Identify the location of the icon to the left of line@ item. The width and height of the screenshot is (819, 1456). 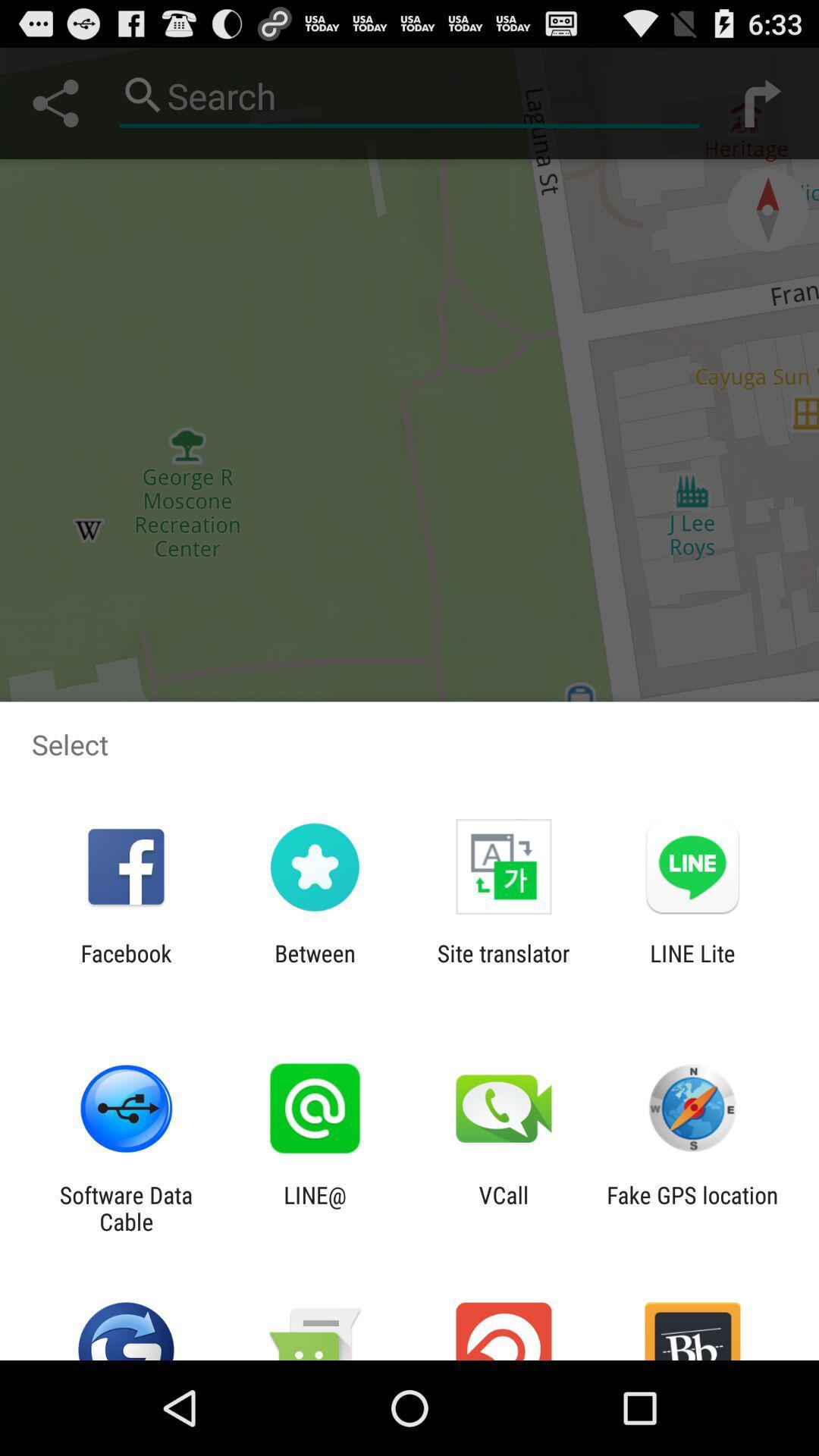
(125, 1207).